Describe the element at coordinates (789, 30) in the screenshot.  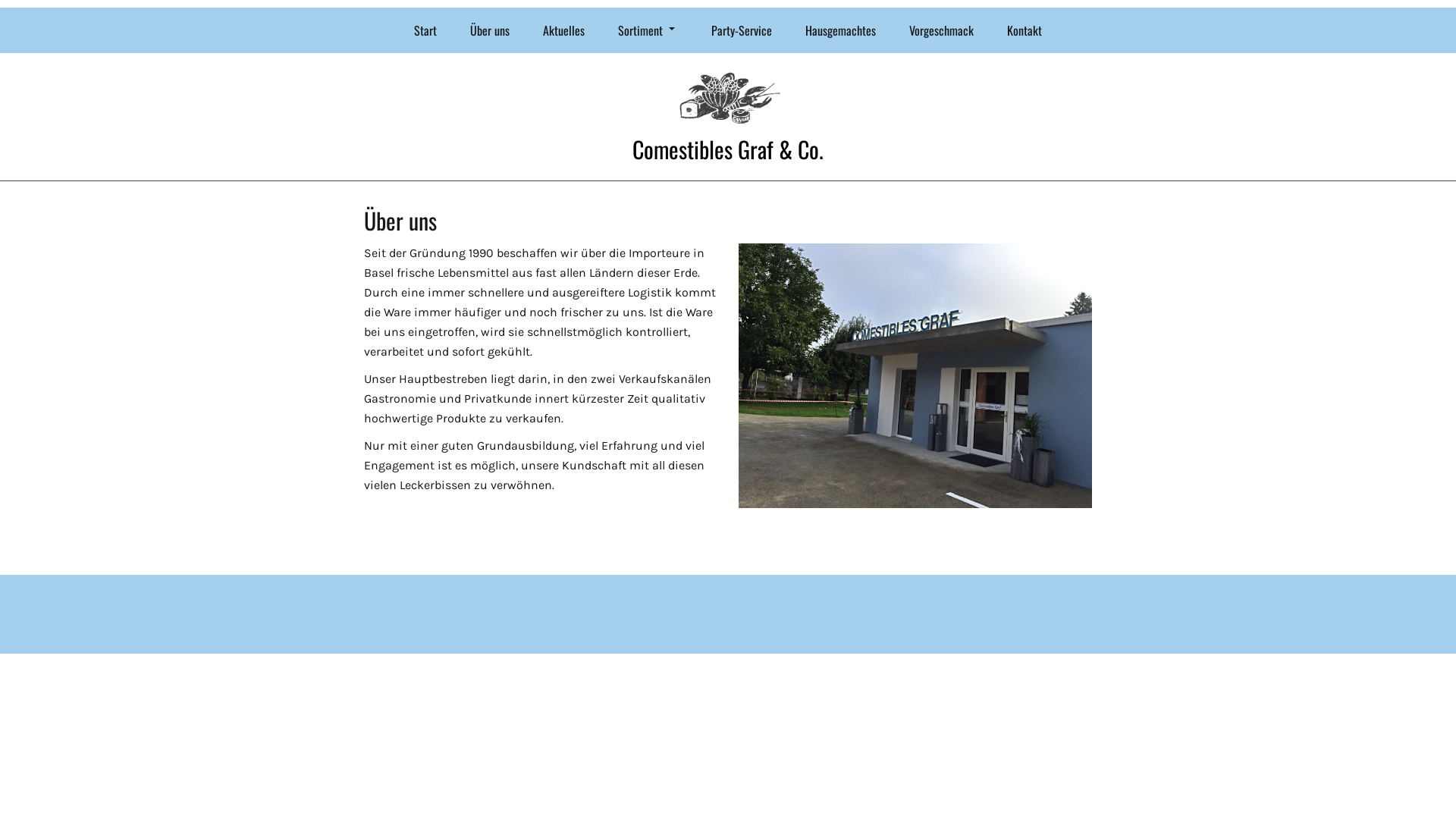
I see `'Hausgemachtes'` at that location.